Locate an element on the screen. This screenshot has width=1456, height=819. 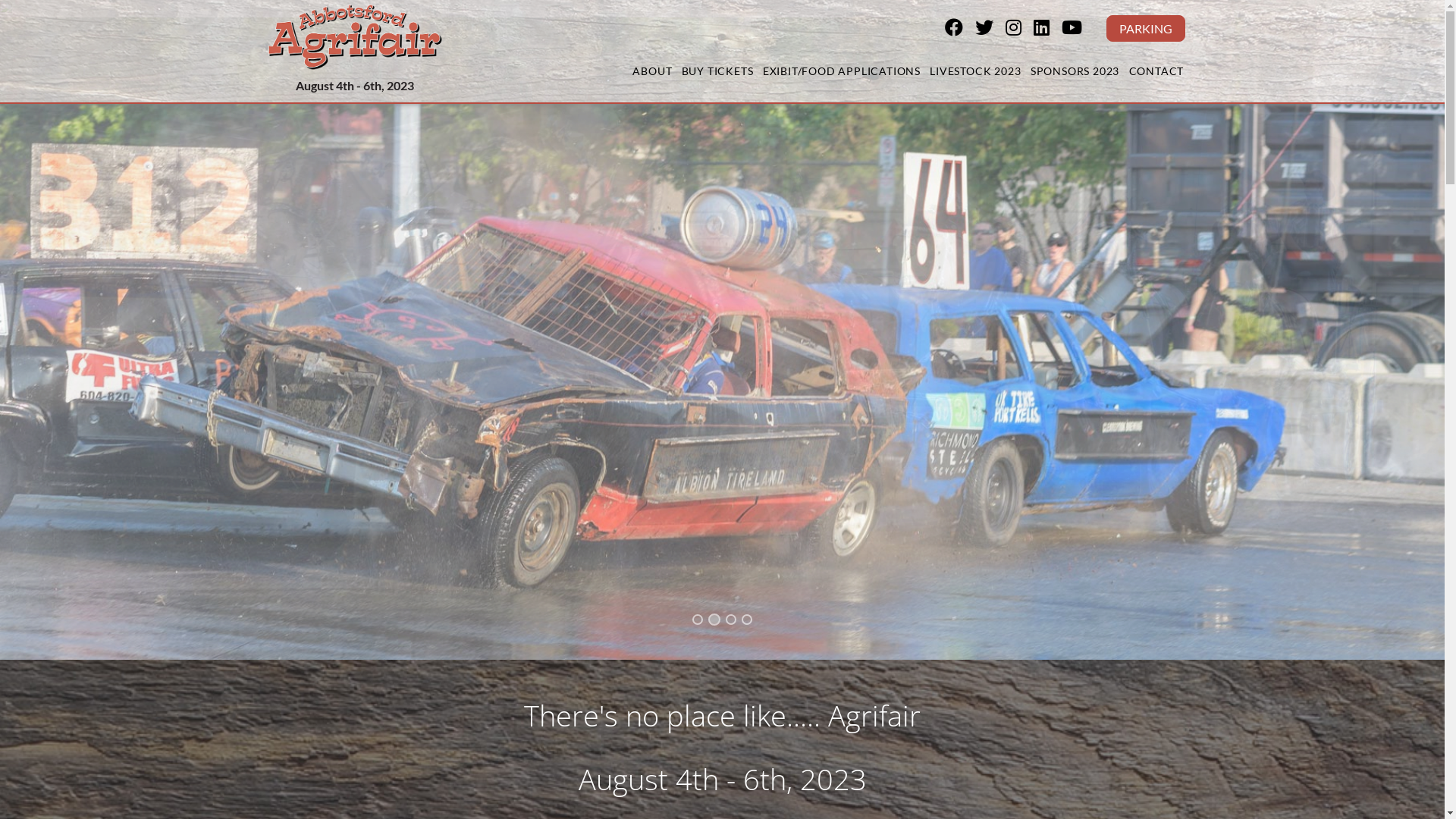
'Abbotsford Agrifair @ Linkedin' is located at coordinates (1046, 29).